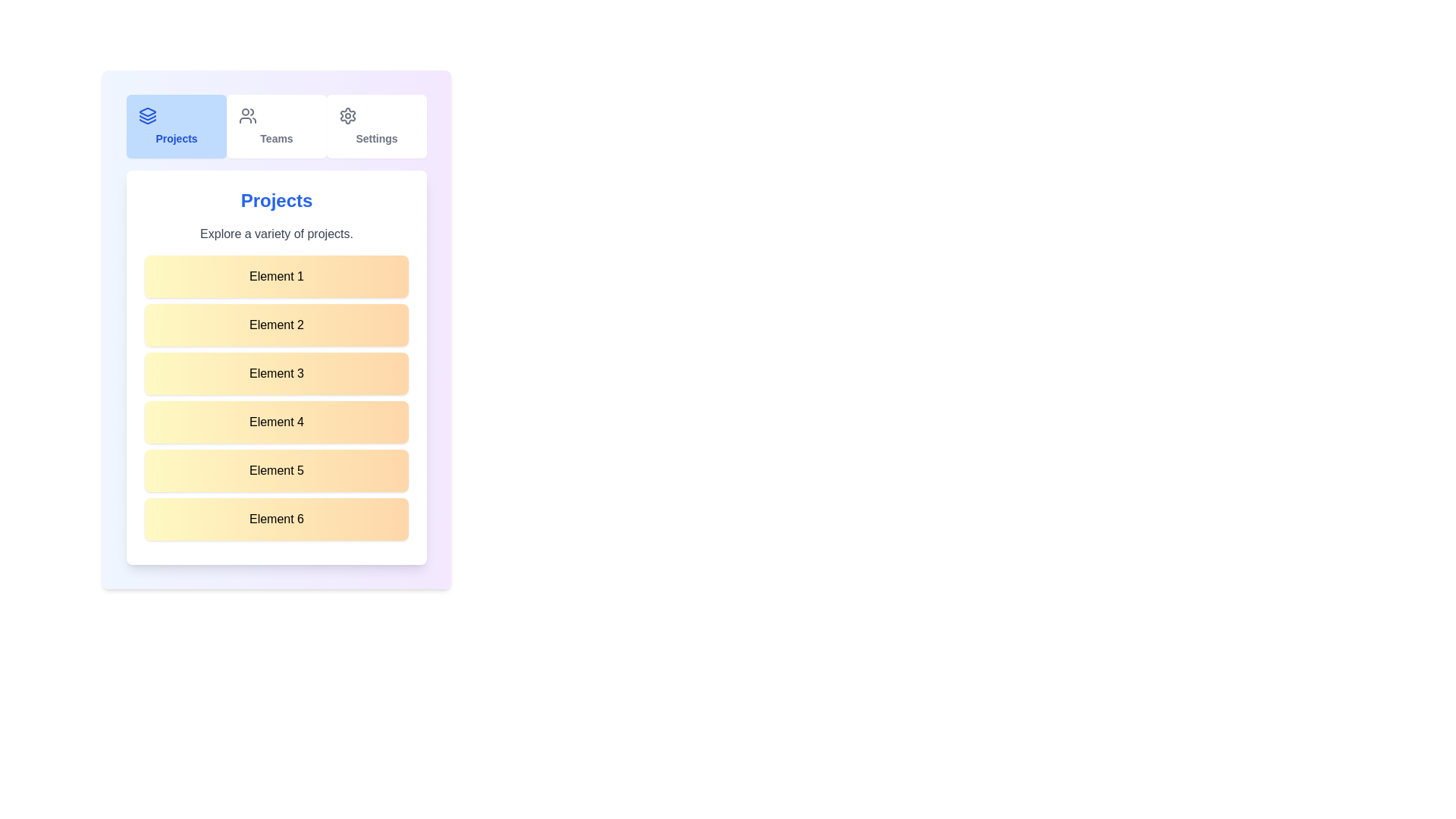  Describe the element at coordinates (276, 422) in the screenshot. I see `the list item labeled 'Element 4'` at that location.